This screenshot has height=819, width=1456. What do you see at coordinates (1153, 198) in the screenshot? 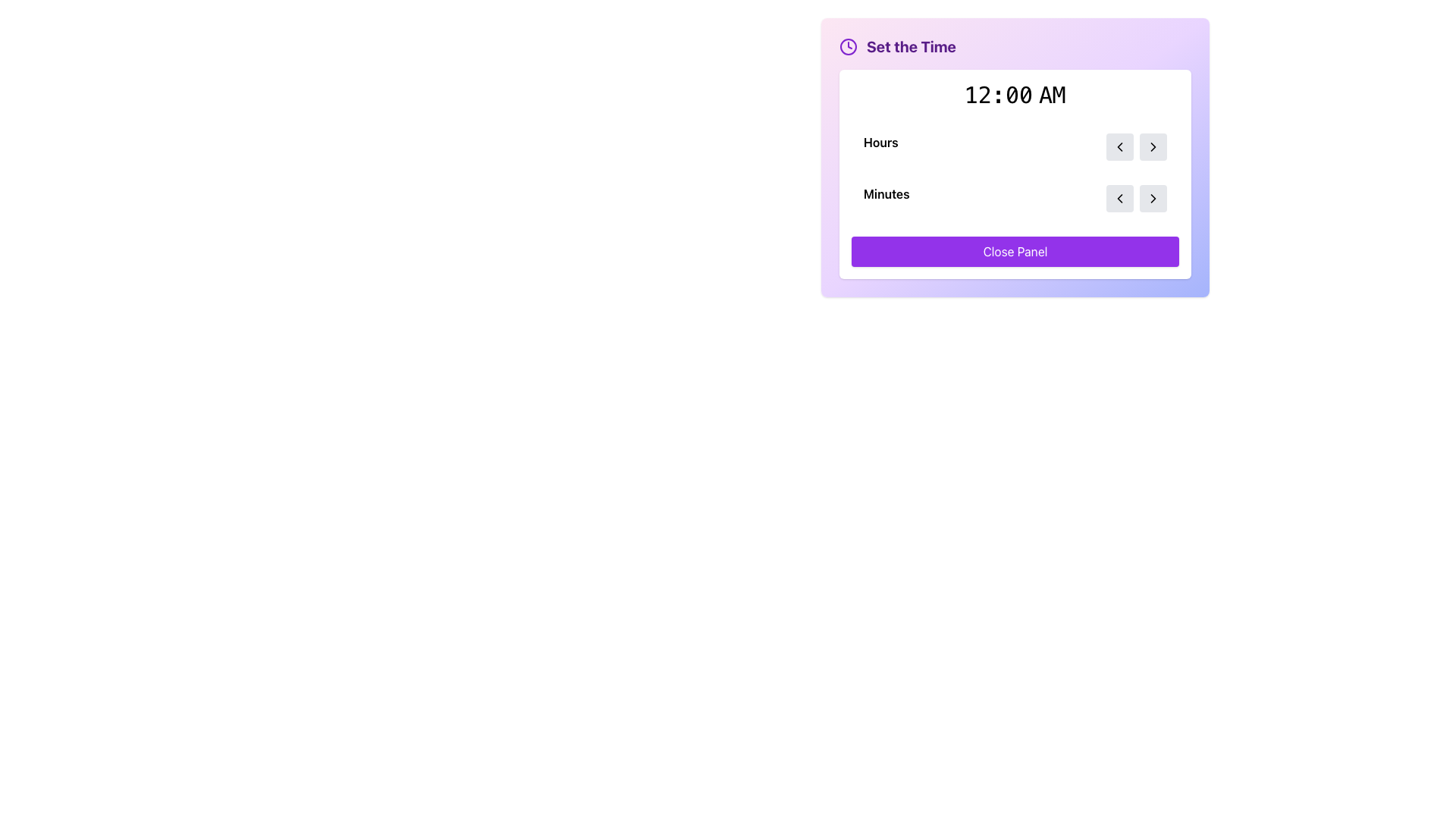
I see `the button with an arrow icon that increases the value of the 'Minutes' field in the time-setting interface` at bounding box center [1153, 198].